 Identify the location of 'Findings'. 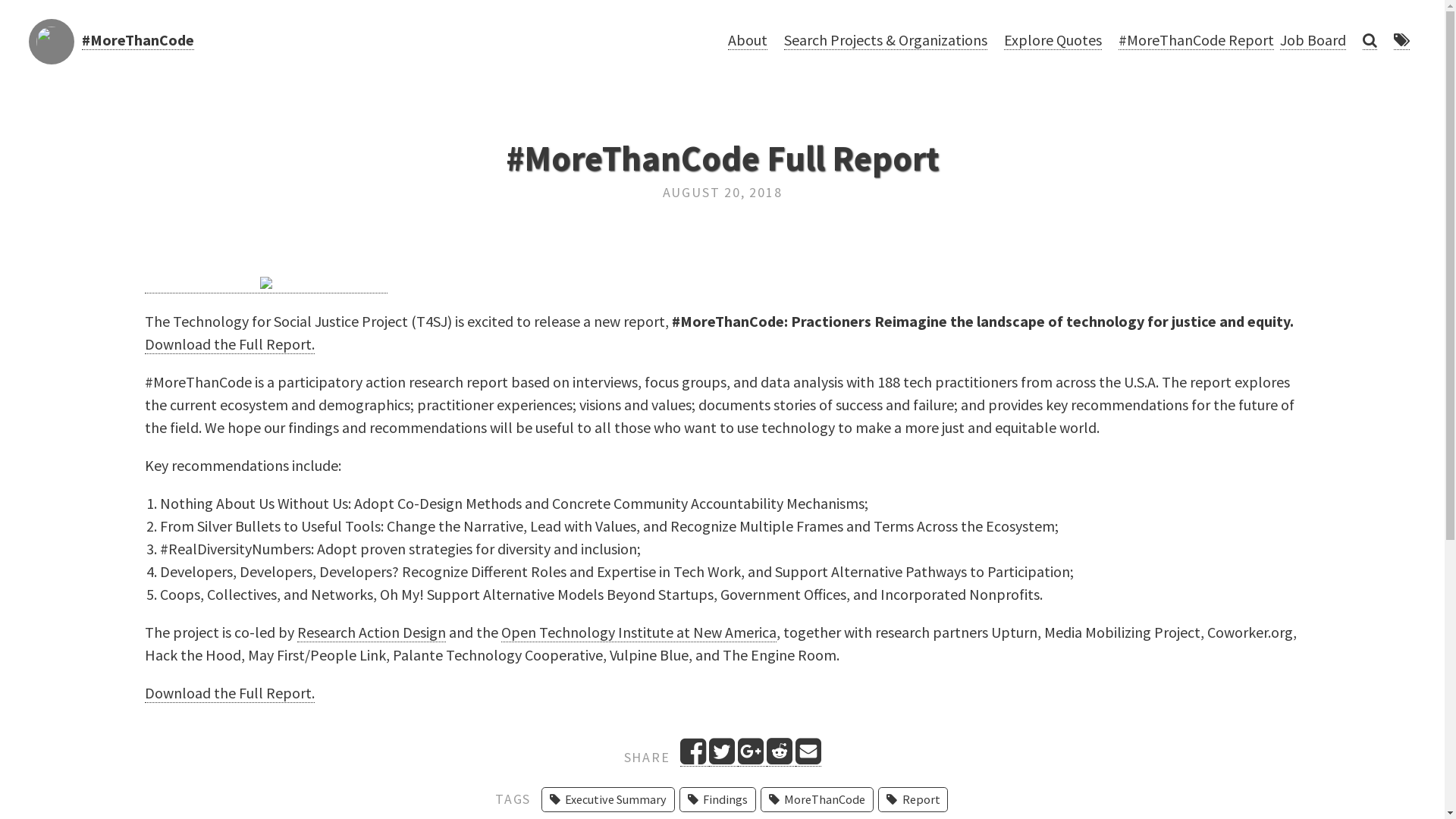
(717, 799).